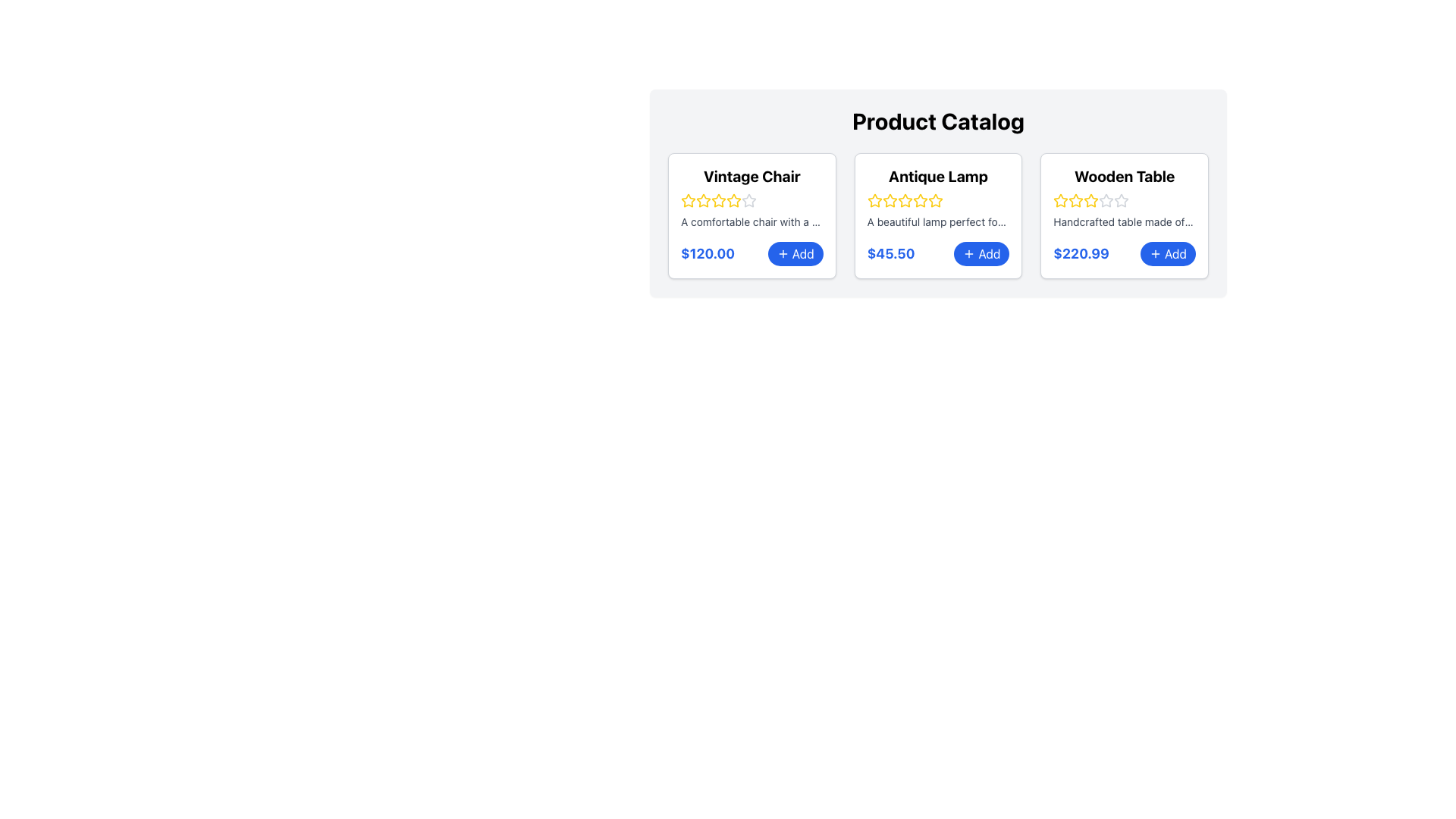 The width and height of the screenshot is (1456, 819). What do you see at coordinates (1090, 200) in the screenshot?
I see `the style of the fourth star icon in the star rating system under the 'Wooden Table' card in the 'Product Catalog'` at bounding box center [1090, 200].